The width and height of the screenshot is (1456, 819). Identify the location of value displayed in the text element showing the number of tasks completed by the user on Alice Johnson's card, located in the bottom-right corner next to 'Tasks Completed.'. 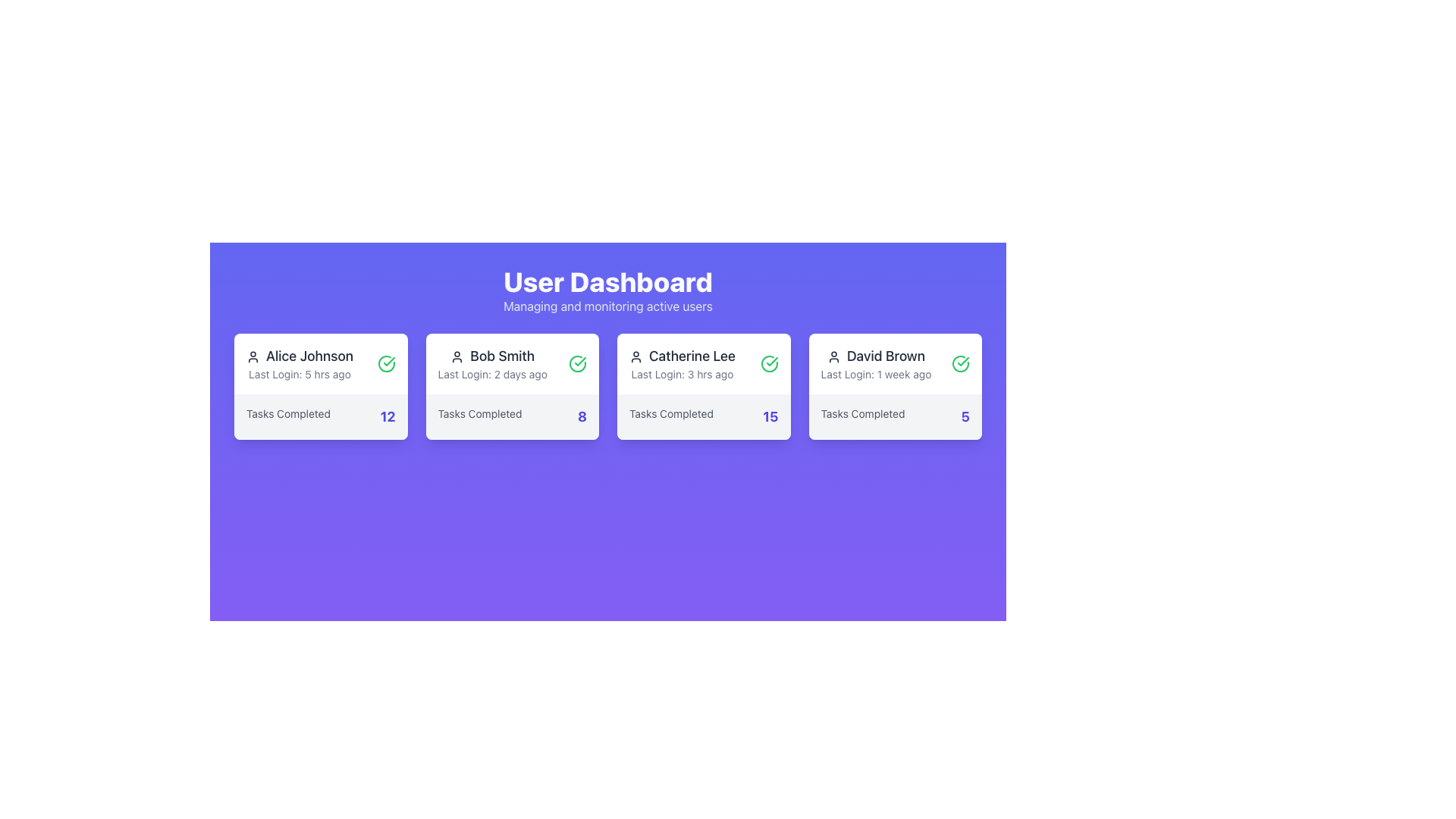
(388, 417).